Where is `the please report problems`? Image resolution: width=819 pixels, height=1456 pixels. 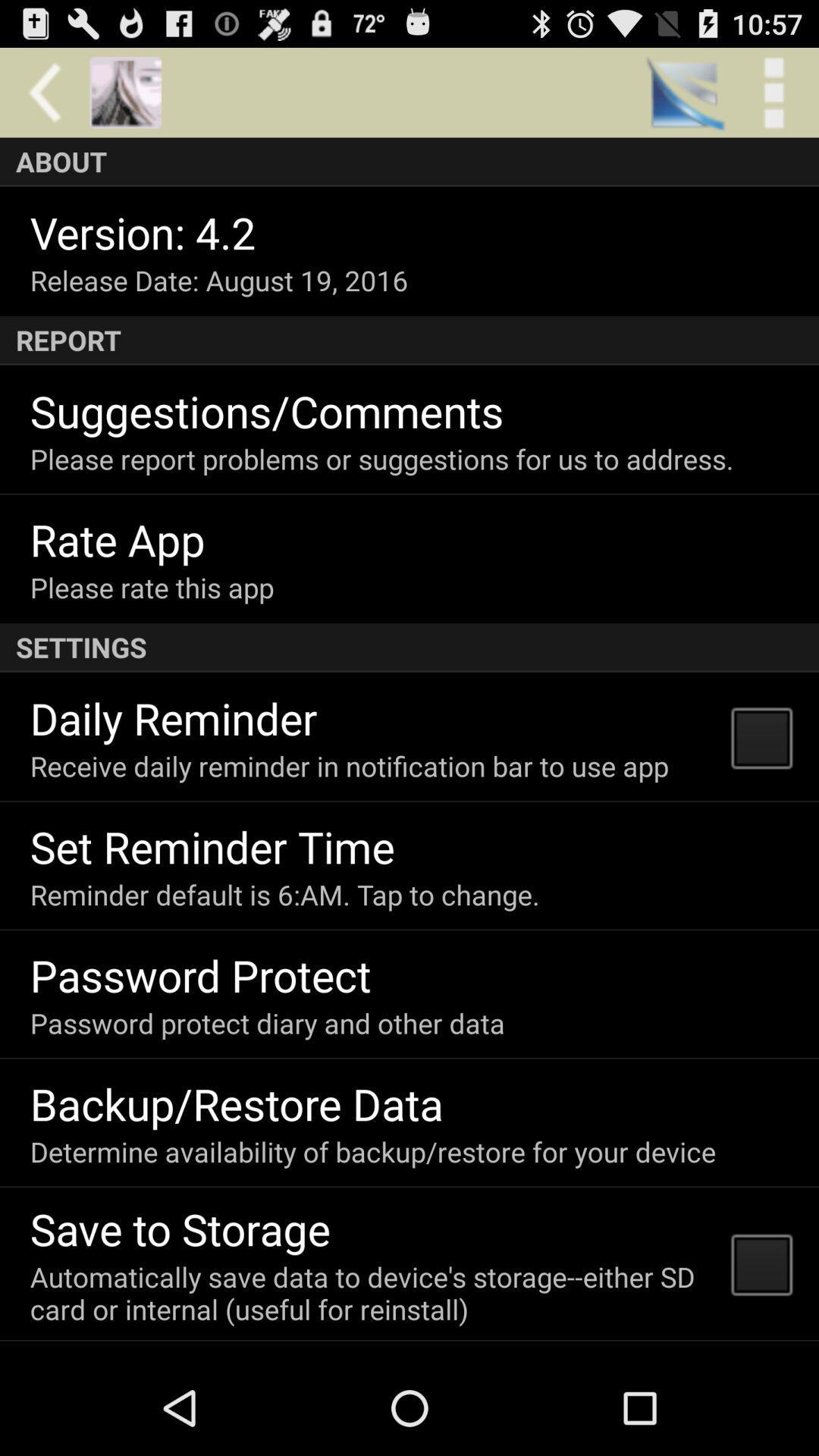
the please report problems is located at coordinates (381, 458).